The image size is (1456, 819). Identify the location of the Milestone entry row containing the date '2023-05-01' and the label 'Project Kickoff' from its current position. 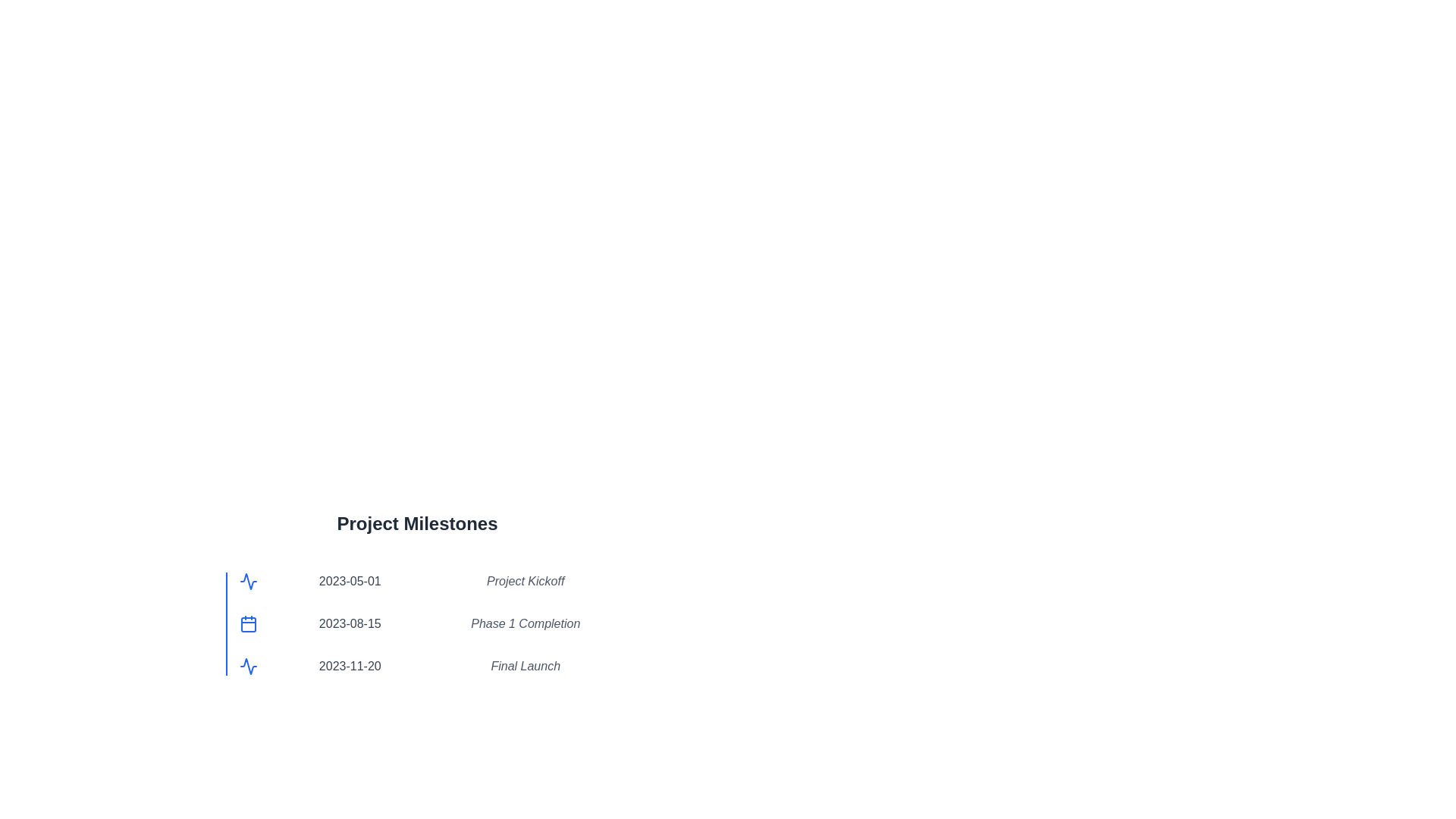
(424, 581).